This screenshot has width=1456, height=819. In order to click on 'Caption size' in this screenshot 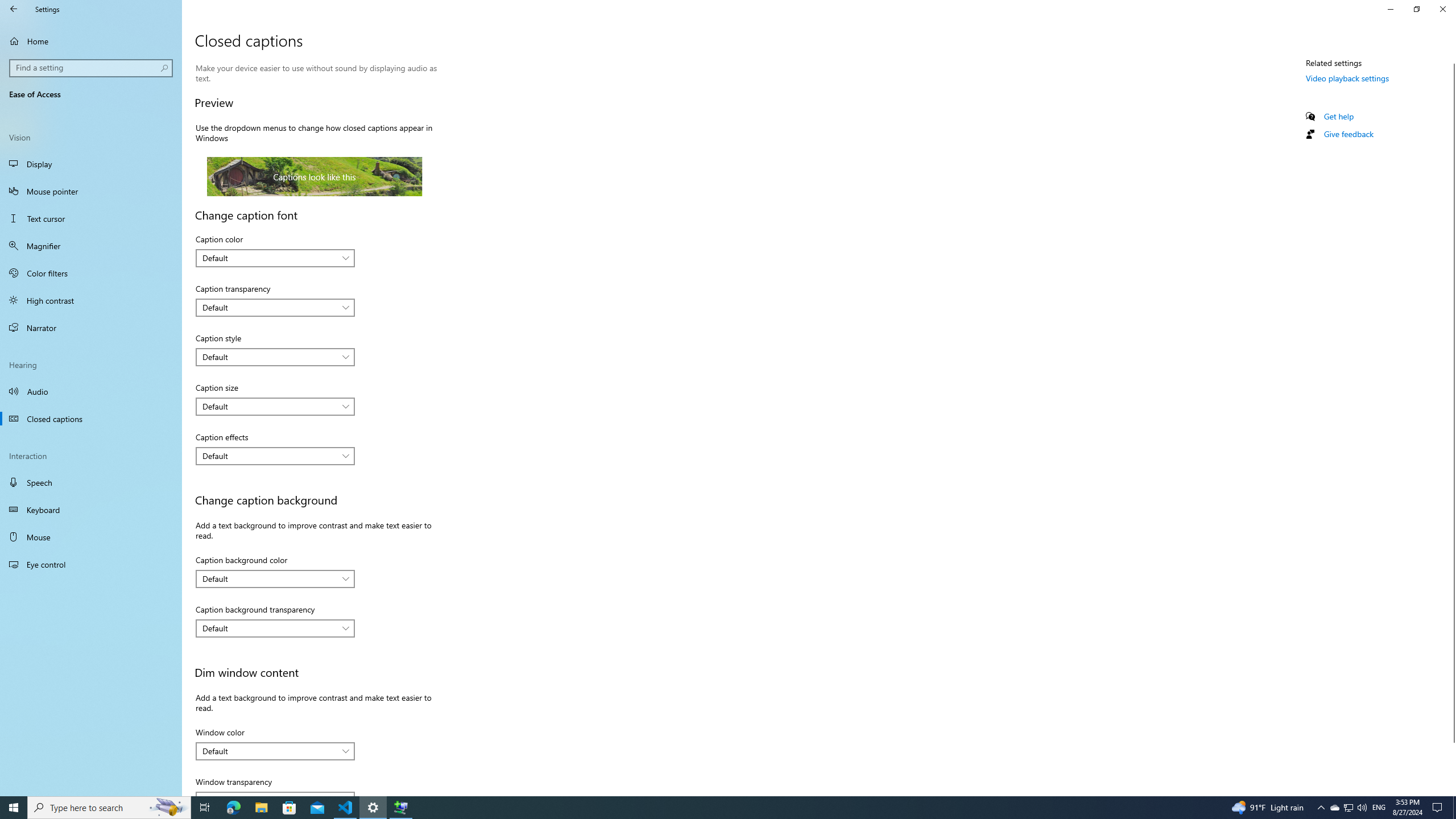, I will do `click(274, 406)`.